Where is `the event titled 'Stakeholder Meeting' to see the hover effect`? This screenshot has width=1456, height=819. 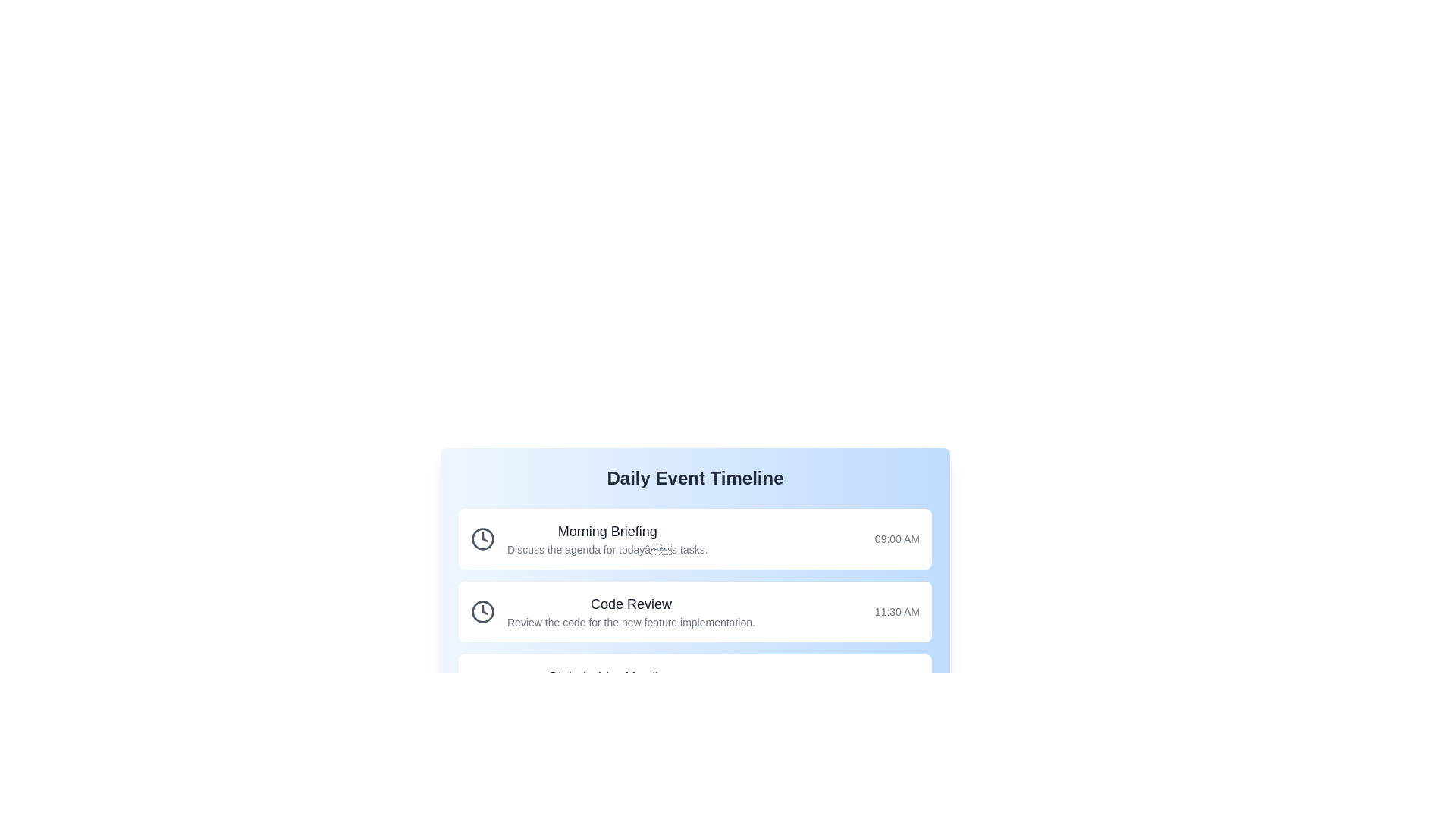 the event titled 'Stakeholder Meeting' to see the hover effect is located at coordinates (694, 684).